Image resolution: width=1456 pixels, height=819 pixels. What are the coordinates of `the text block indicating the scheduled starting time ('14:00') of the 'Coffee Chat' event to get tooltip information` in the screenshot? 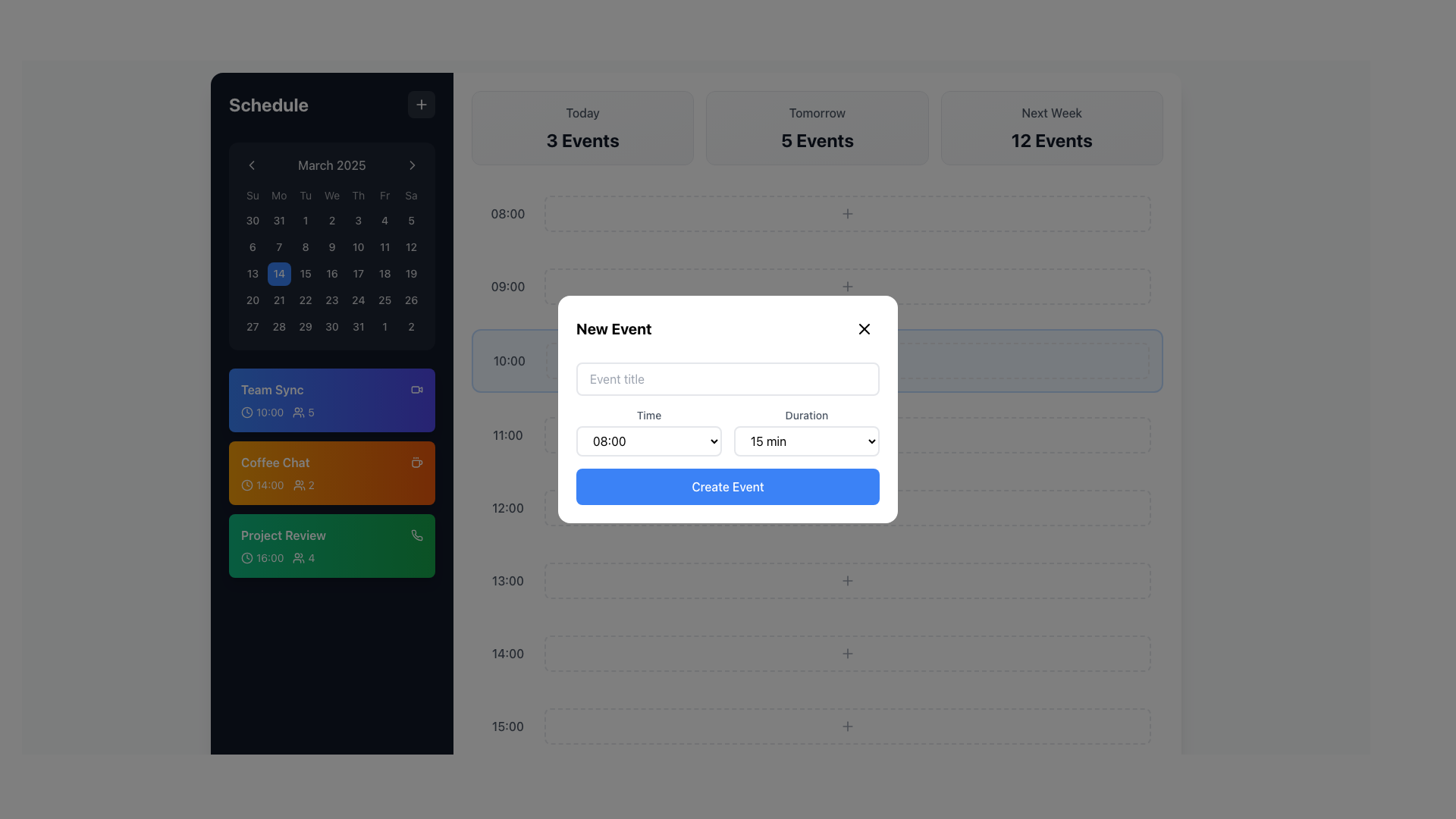 It's located at (262, 485).